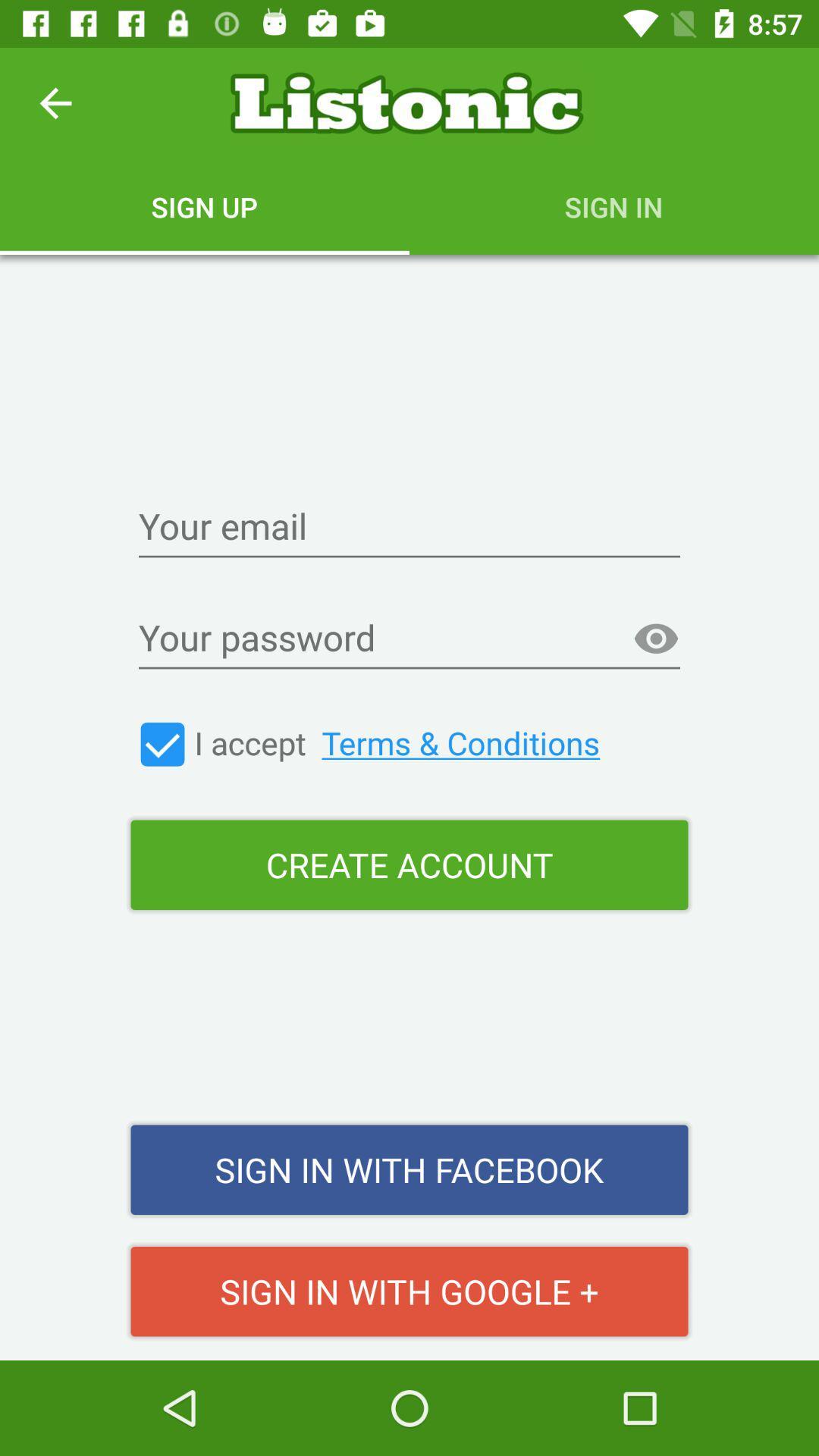 The image size is (819, 1456). Describe the element at coordinates (162, 744) in the screenshot. I see `the item above create account icon` at that location.